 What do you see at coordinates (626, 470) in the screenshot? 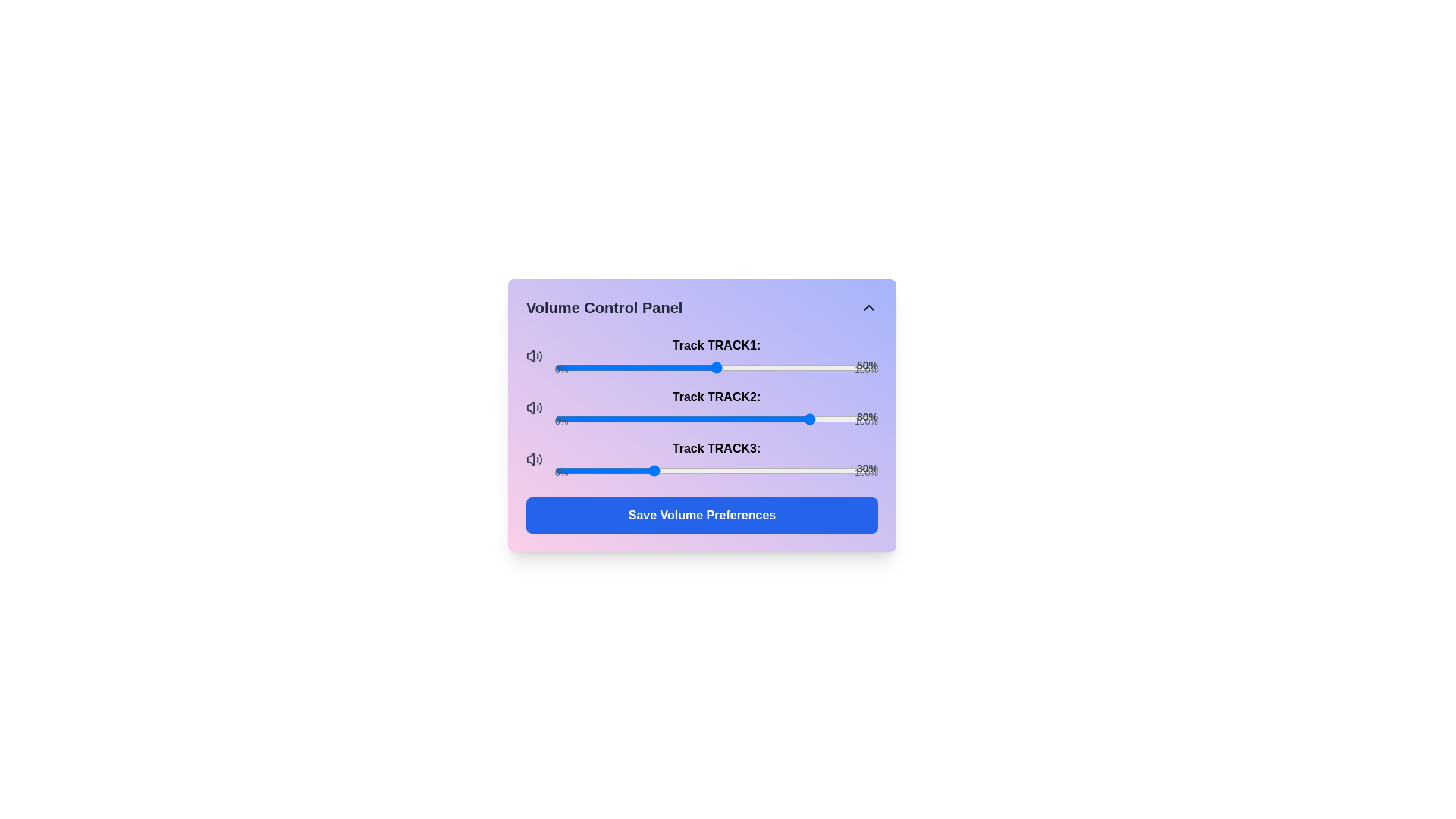
I see `the volume of Track TRACK3` at bounding box center [626, 470].